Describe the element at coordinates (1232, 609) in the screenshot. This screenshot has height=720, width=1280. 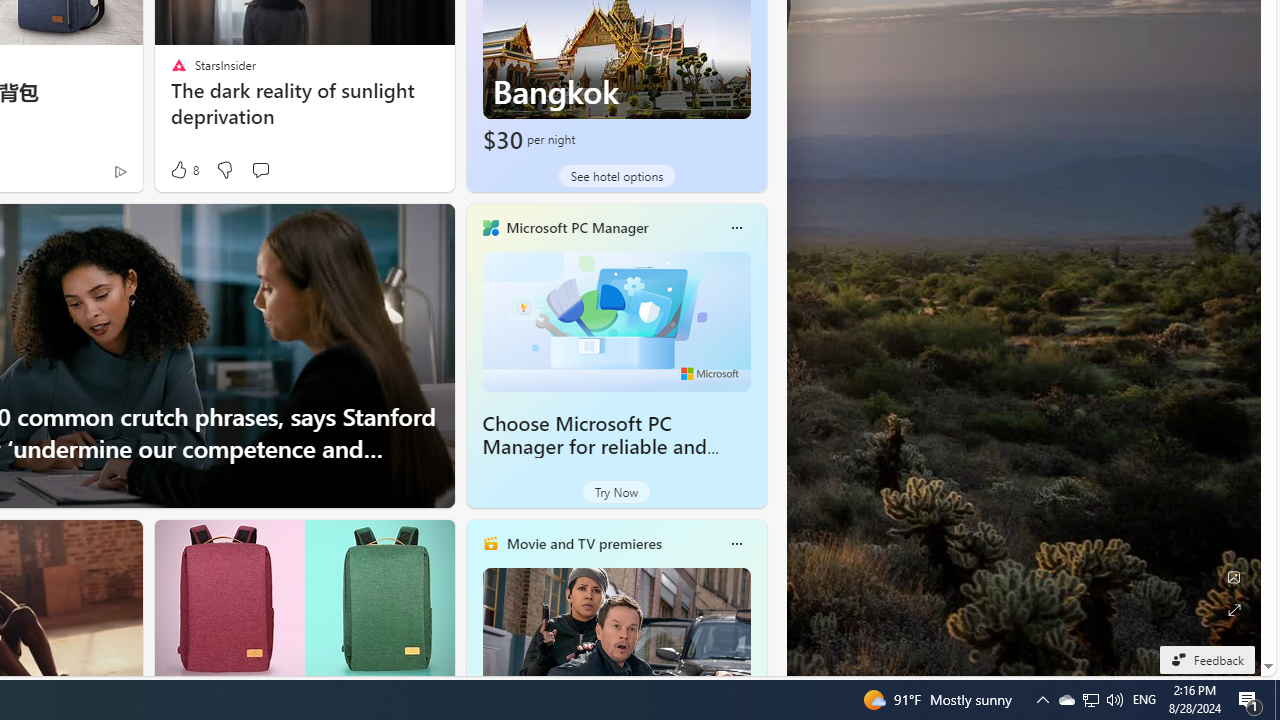
I see `'Expand background'` at that location.